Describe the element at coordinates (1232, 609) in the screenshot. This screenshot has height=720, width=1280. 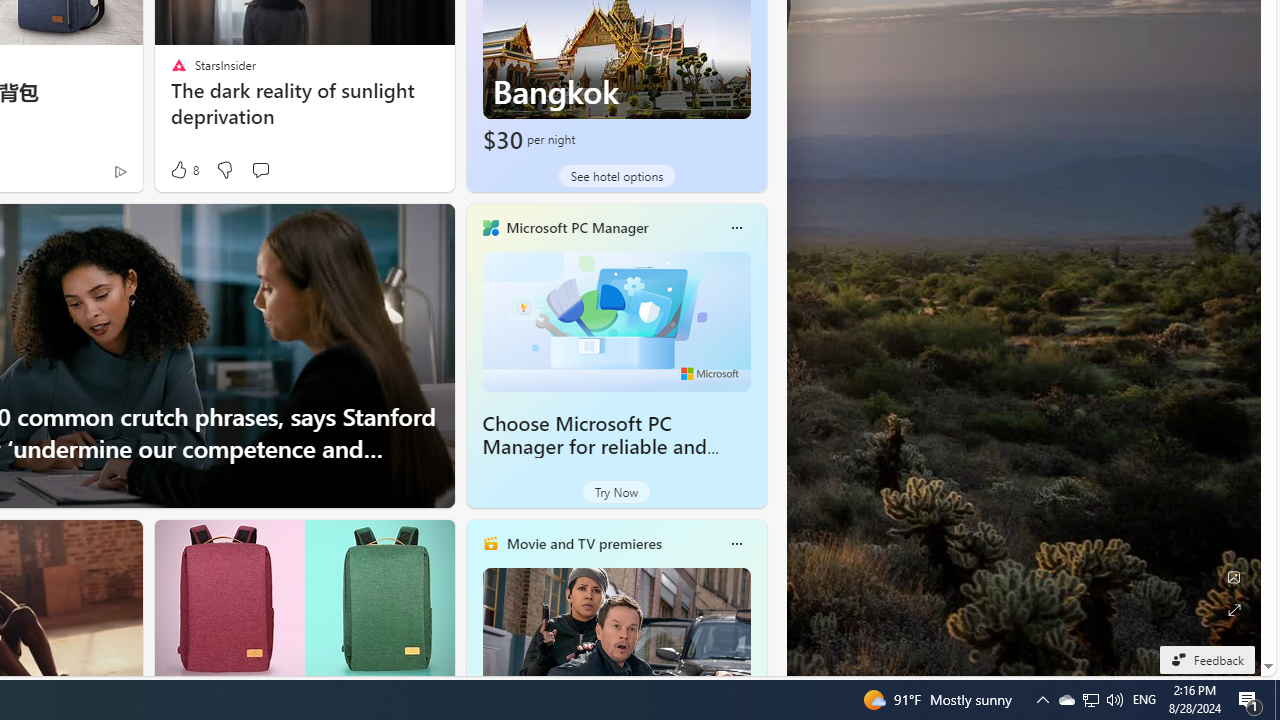
I see `'Expand background'` at that location.